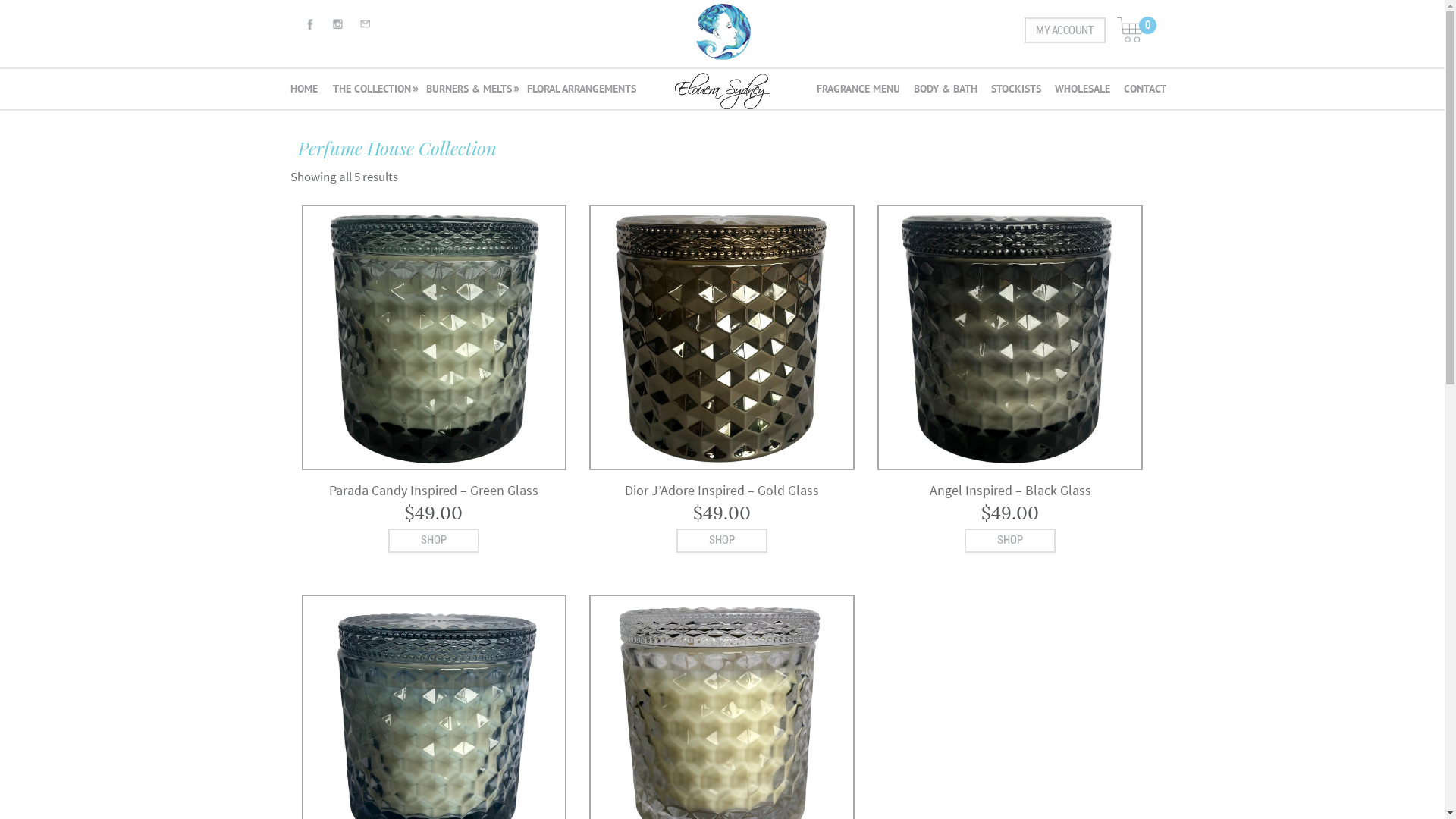  Describe the element at coordinates (422, 90) in the screenshot. I see `'BURNERS & MELTS'` at that location.